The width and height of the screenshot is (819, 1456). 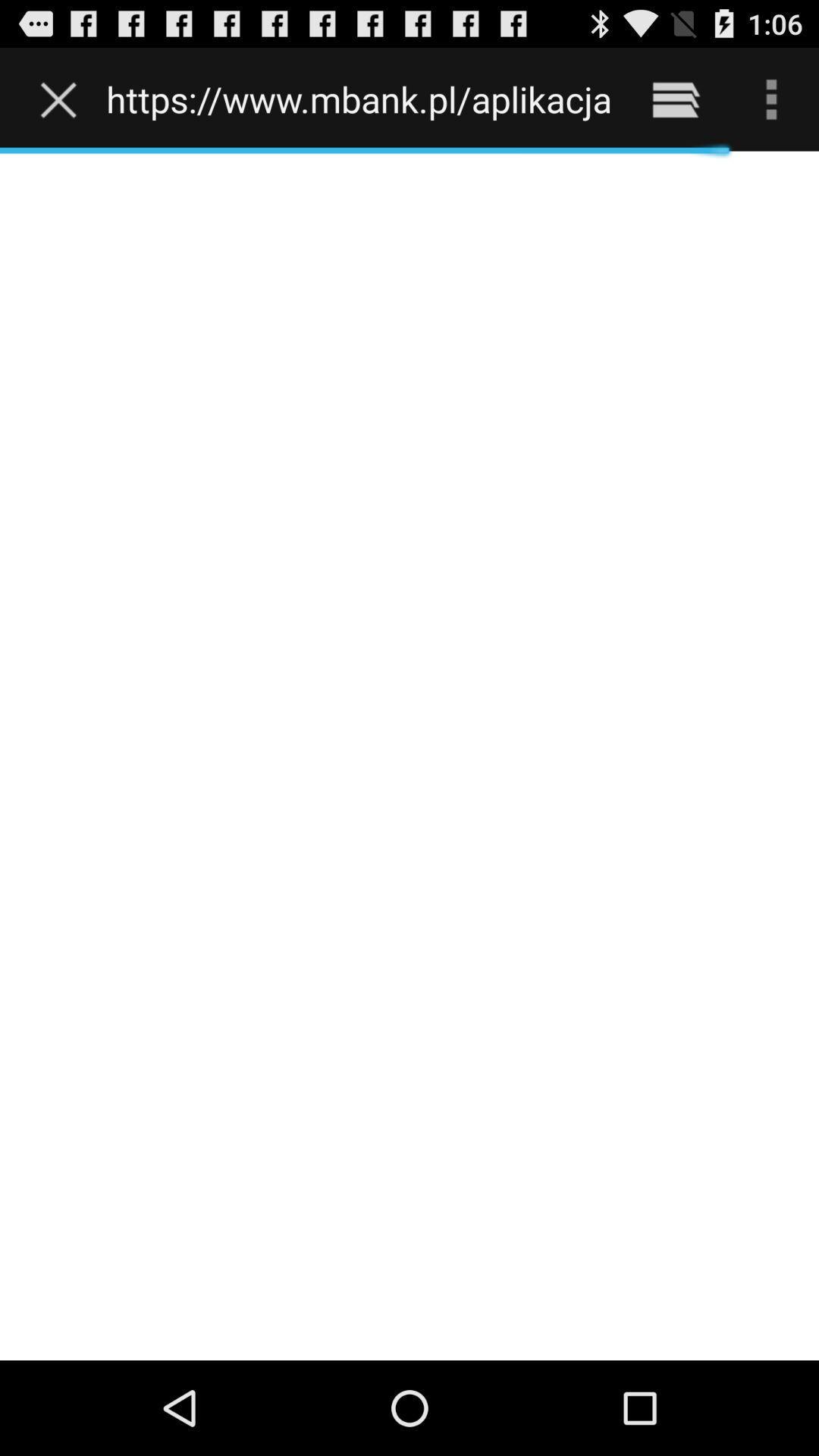 What do you see at coordinates (61, 99) in the screenshot?
I see `icon to the left of https www mbank icon` at bounding box center [61, 99].